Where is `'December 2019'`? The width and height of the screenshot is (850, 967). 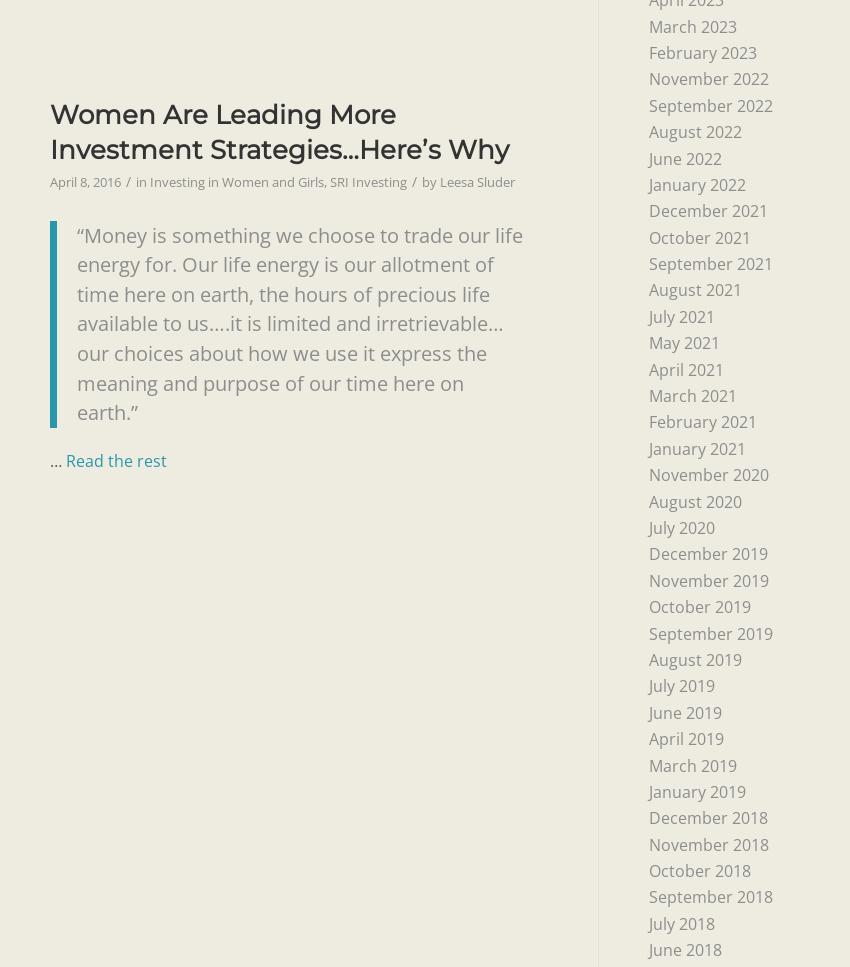 'December 2019' is located at coordinates (706, 553).